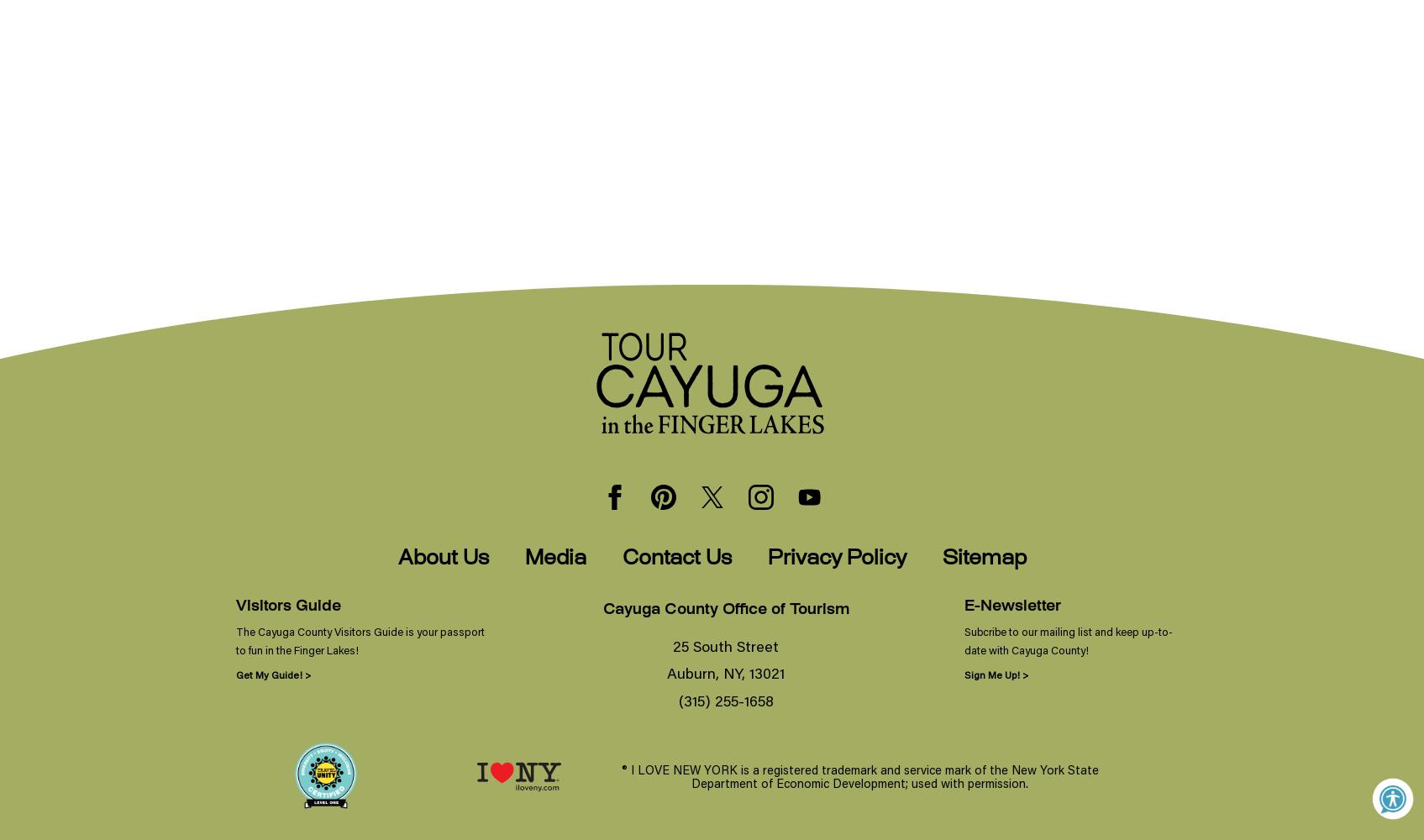 Image resolution: width=1424 pixels, height=840 pixels. What do you see at coordinates (359, 640) in the screenshot?
I see `'The Cayuga County Visitors Guide is your passport to fun in the Finger Lakes!'` at bounding box center [359, 640].